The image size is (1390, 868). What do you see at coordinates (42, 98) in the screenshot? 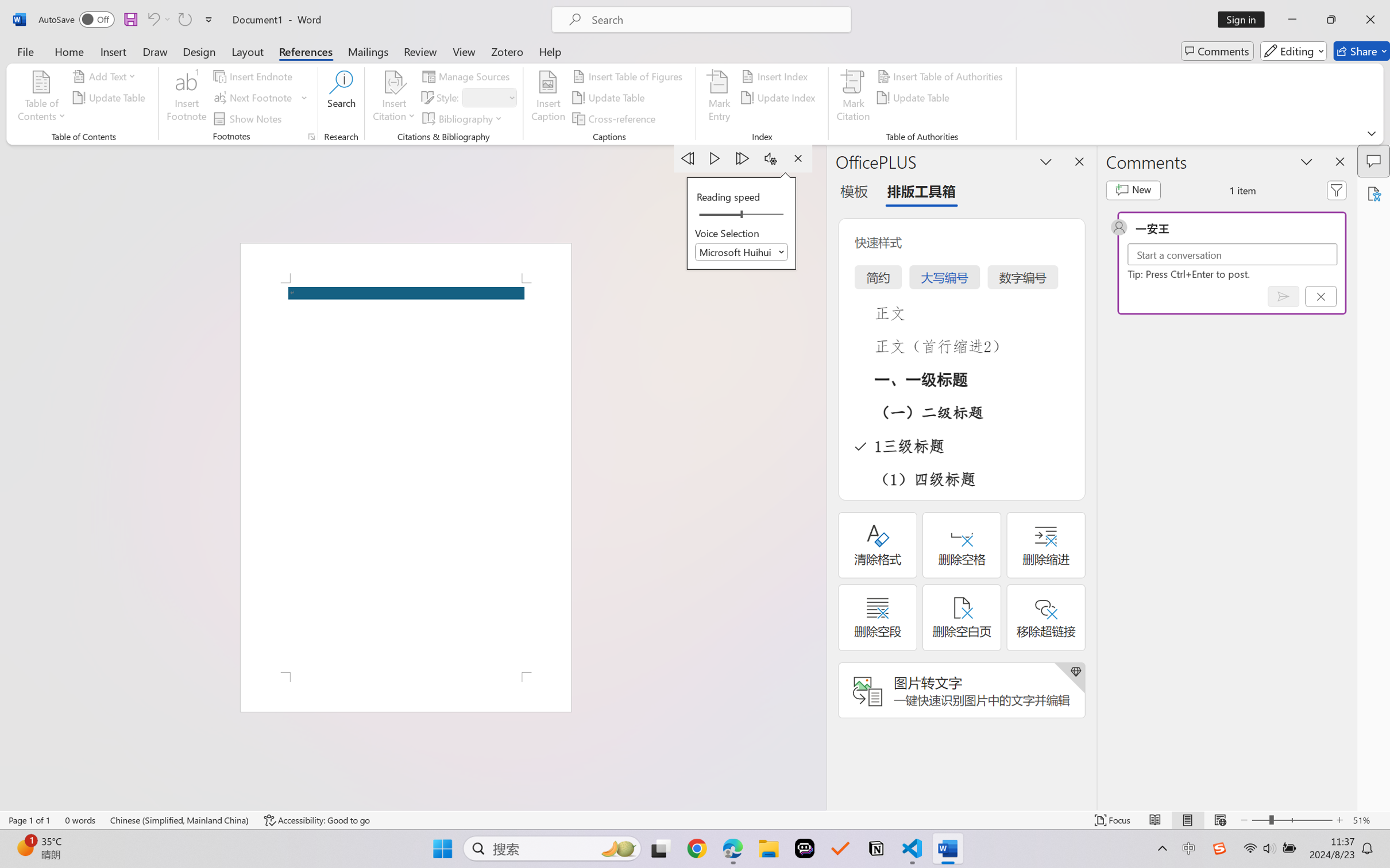
I see `'Table of Contents'` at bounding box center [42, 98].